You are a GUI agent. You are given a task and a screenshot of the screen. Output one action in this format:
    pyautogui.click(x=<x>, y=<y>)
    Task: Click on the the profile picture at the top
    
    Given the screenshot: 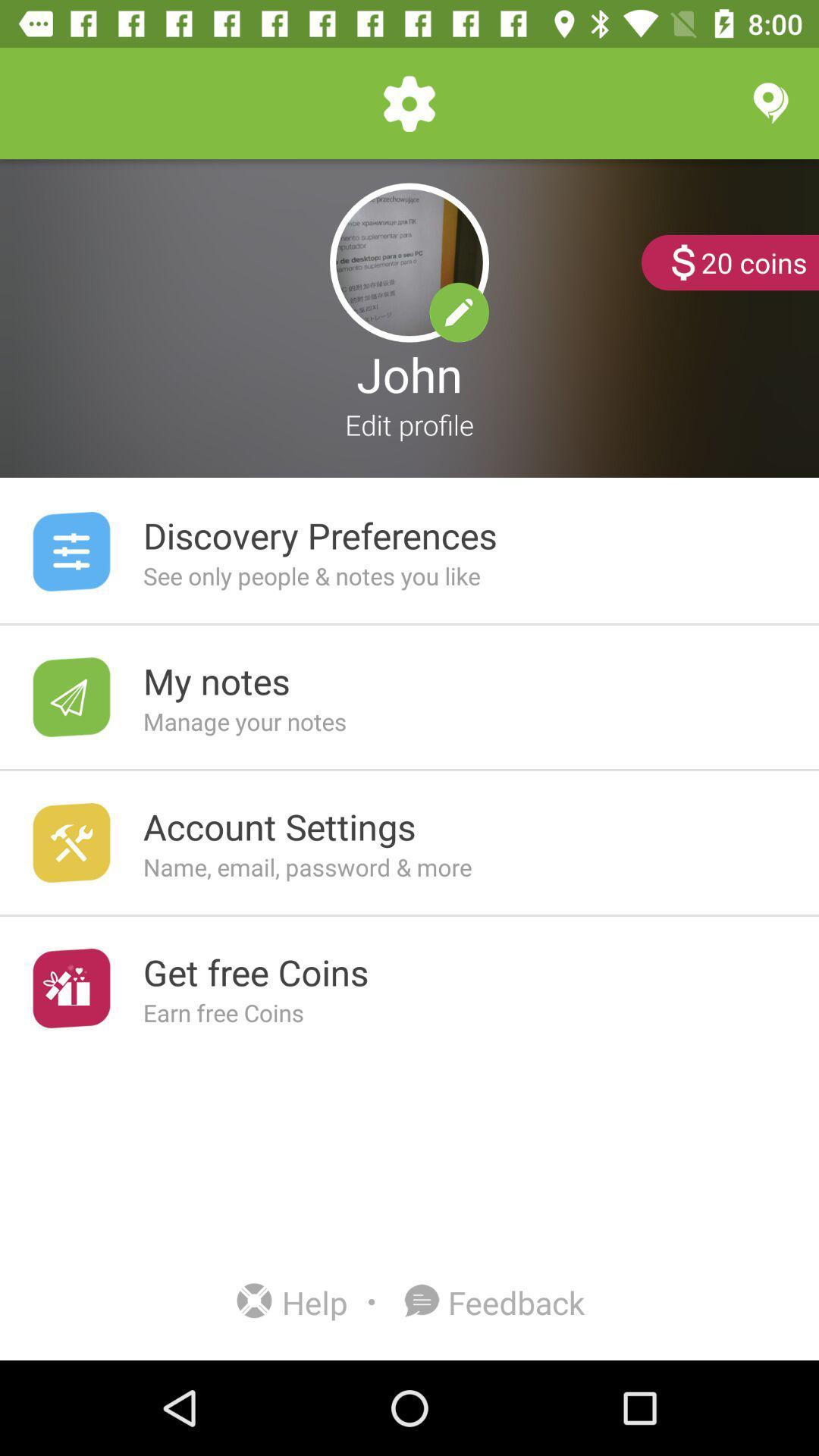 What is the action you would take?
    pyautogui.click(x=409, y=262)
    